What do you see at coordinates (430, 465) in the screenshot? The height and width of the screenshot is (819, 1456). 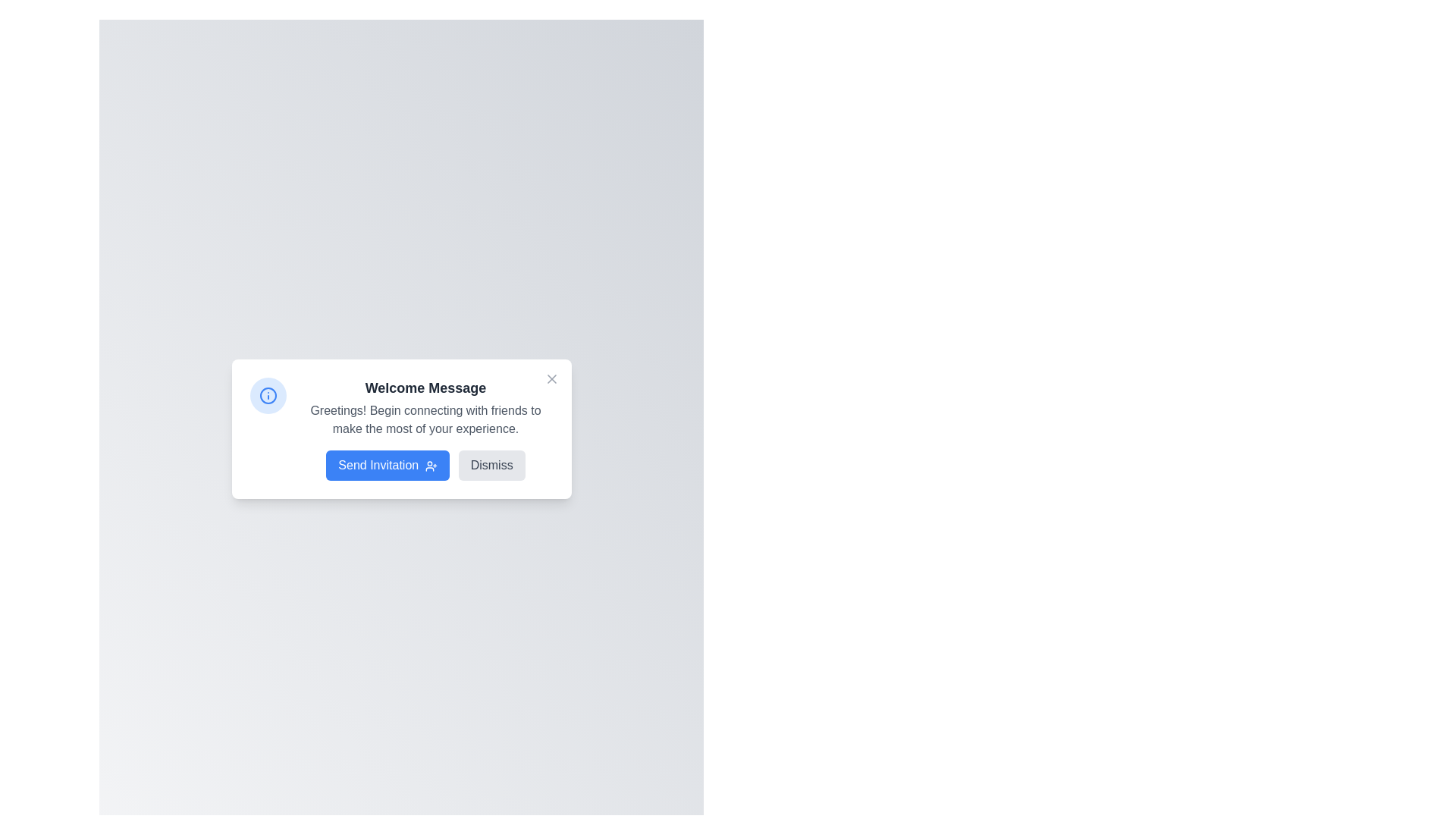 I see `the user profile icon with a plus symbol located on the right end of the 'Send Invitation' button in the dialog box titled 'Welcome Message'` at bounding box center [430, 465].